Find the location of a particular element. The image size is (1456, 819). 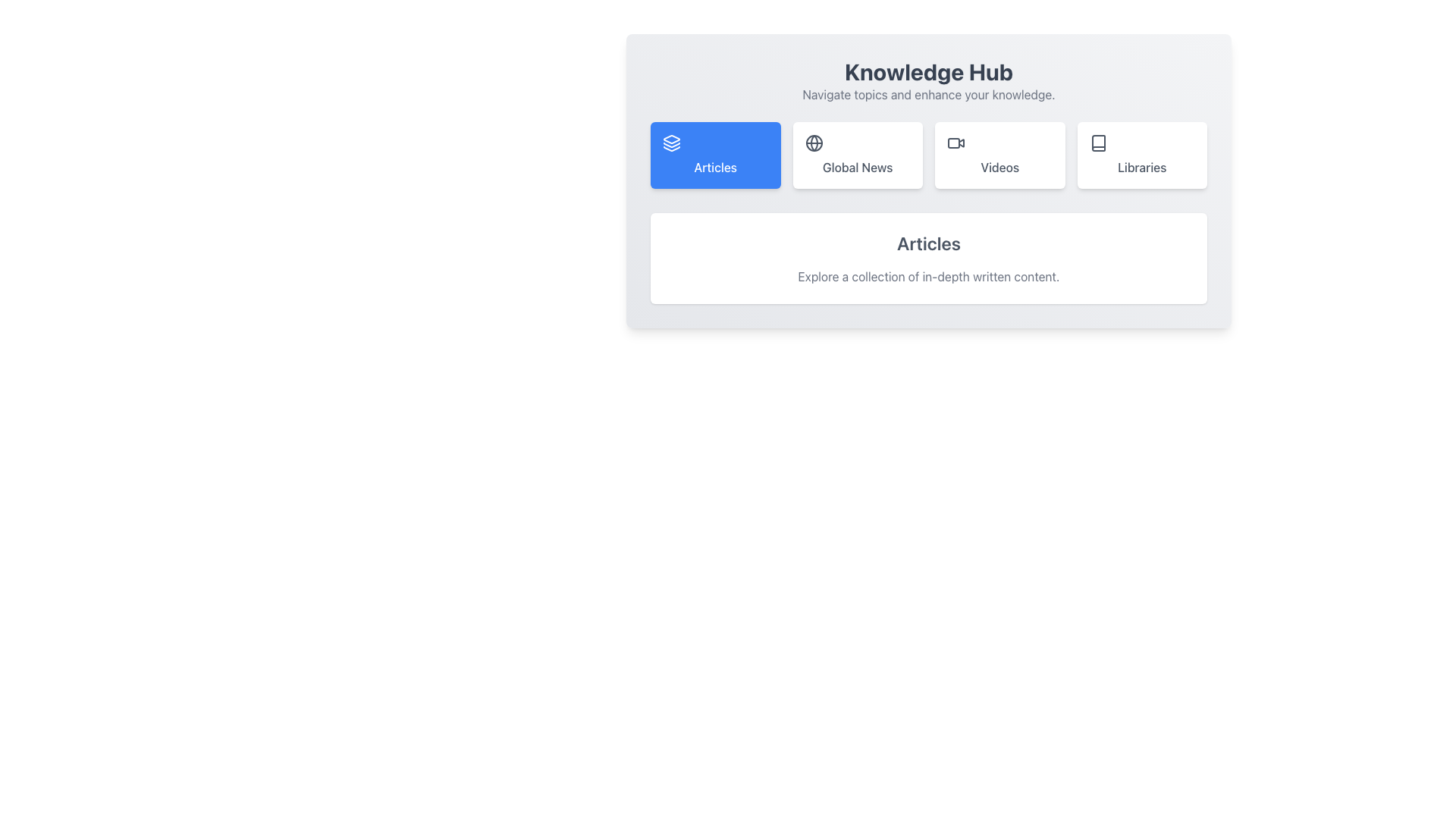

the blue Interactive Card Button labeled 'Articles' located at the top-left corner of the card grid is located at coordinates (714, 155).